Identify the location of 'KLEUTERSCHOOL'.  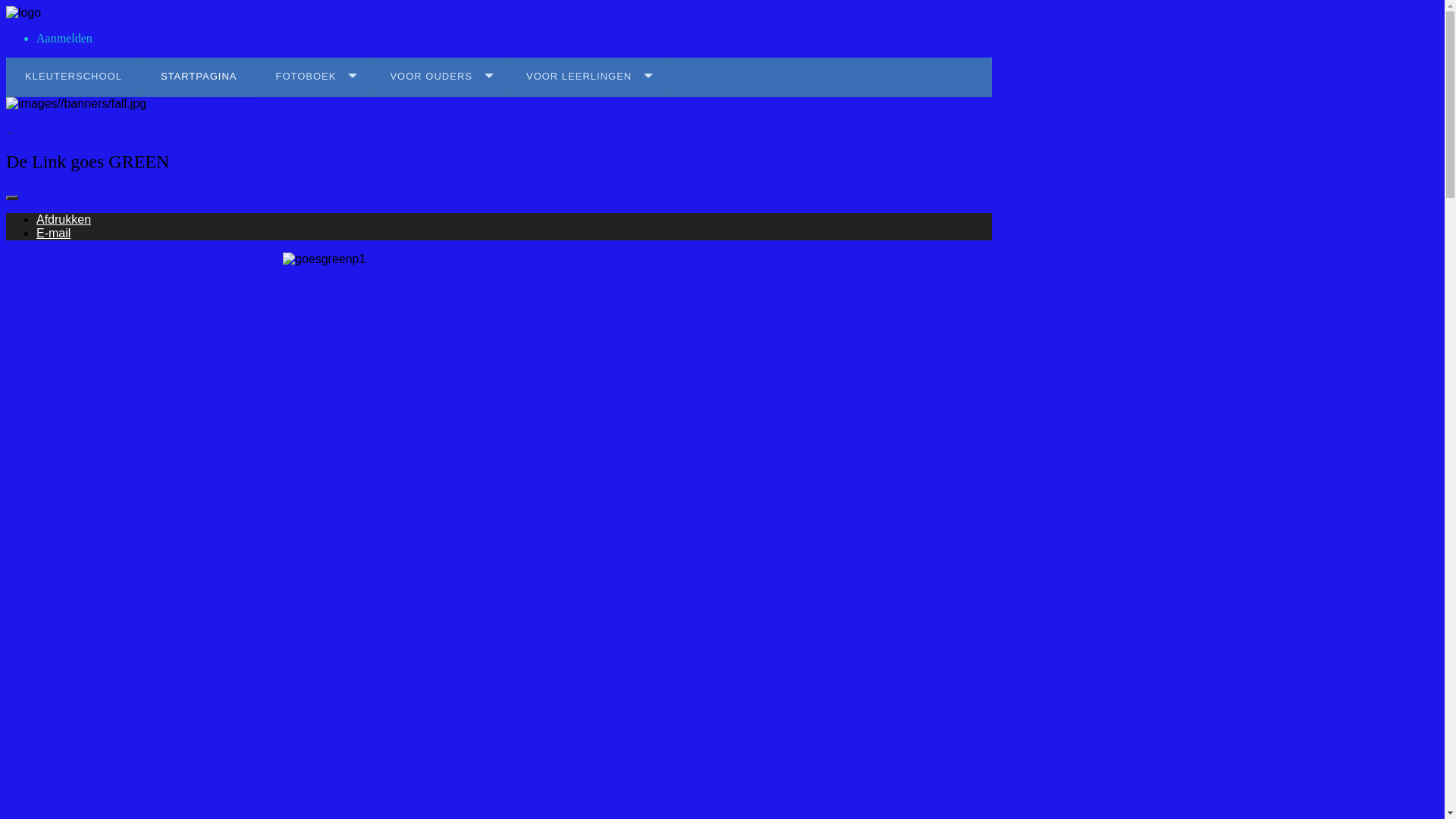
(73, 77).